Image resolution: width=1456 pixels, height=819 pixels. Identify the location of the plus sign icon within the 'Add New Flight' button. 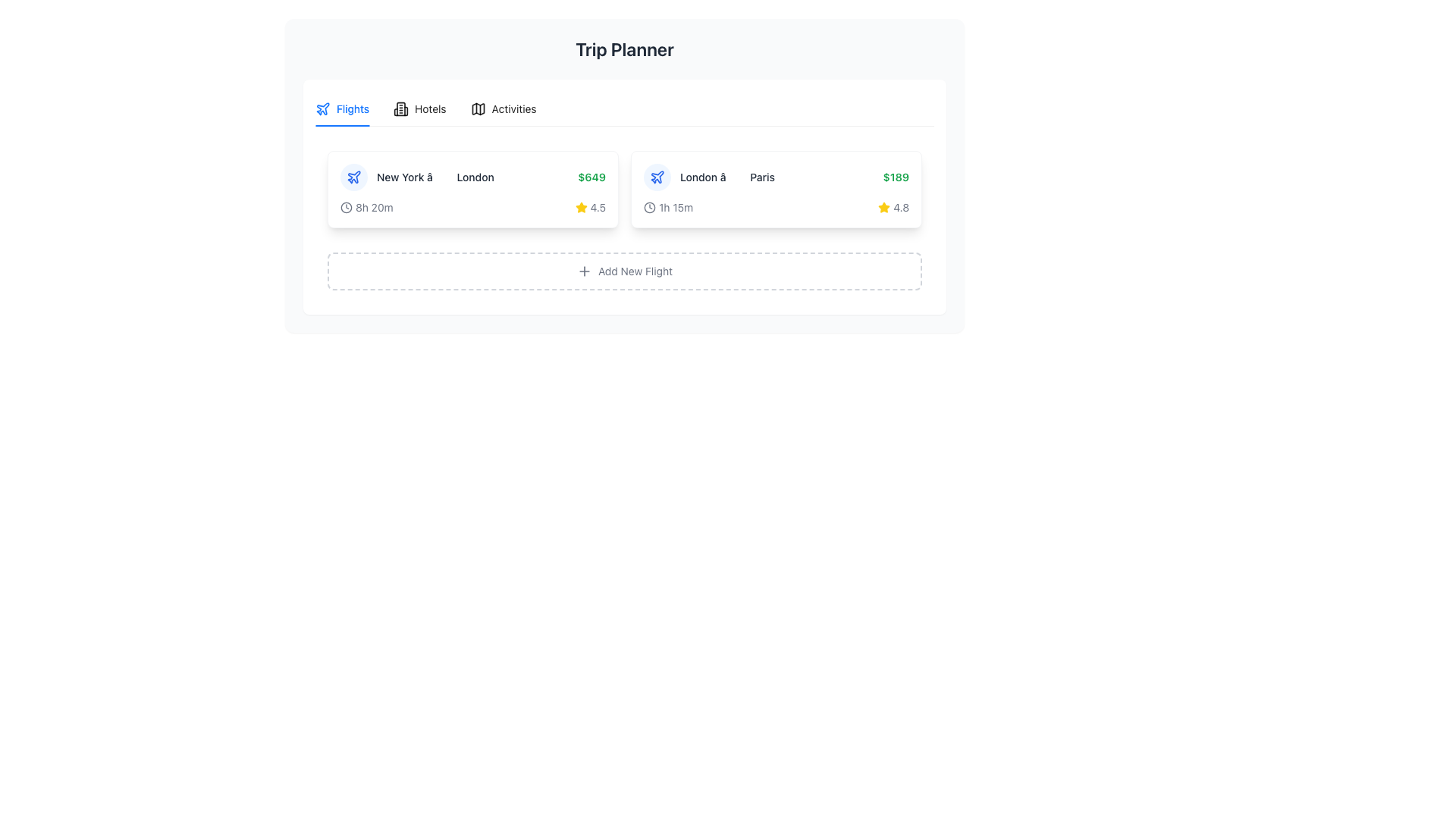
(583, 271).